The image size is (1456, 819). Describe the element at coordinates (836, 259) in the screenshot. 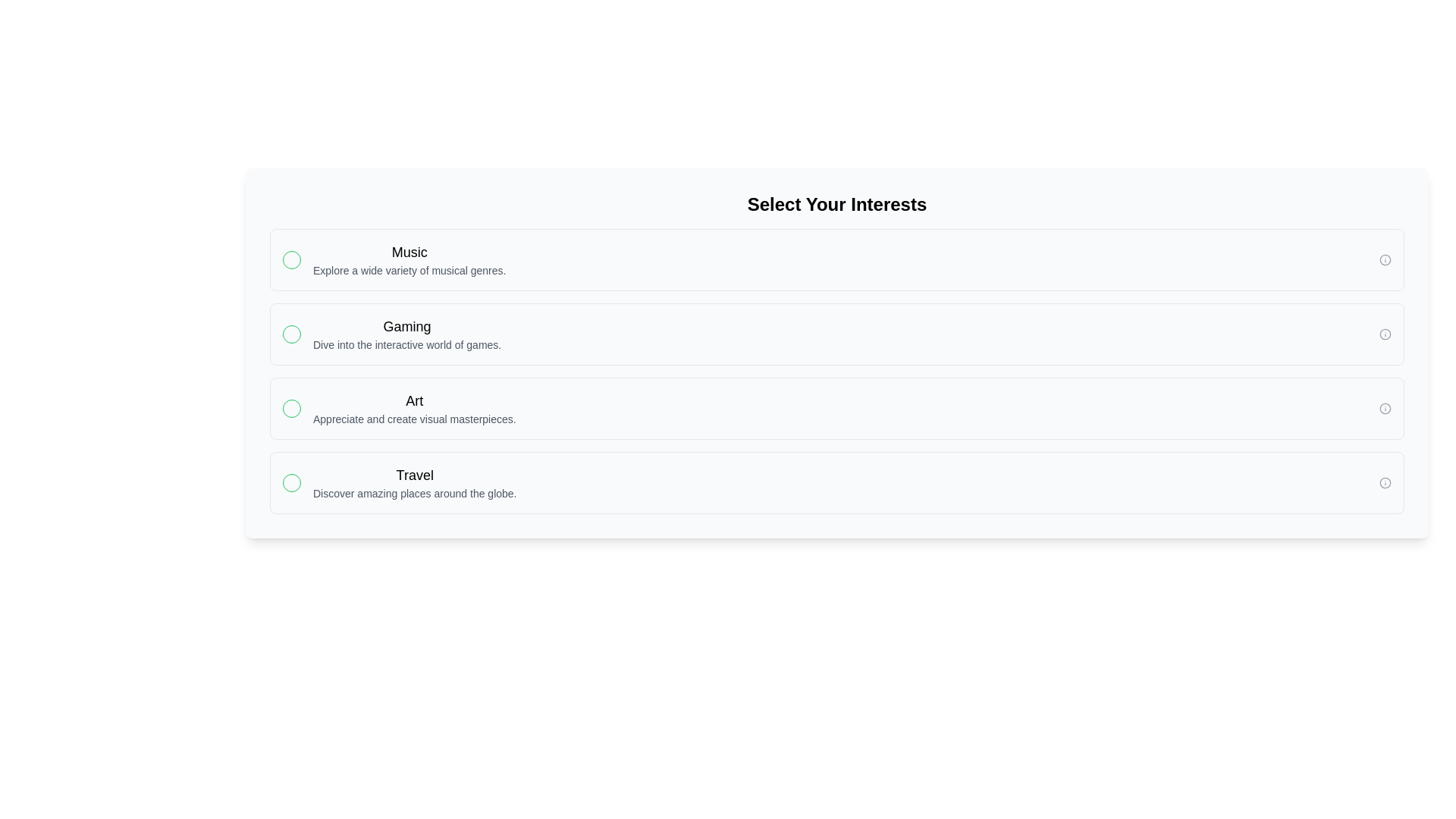

I see `the interest option Music to highlight it` at that location.